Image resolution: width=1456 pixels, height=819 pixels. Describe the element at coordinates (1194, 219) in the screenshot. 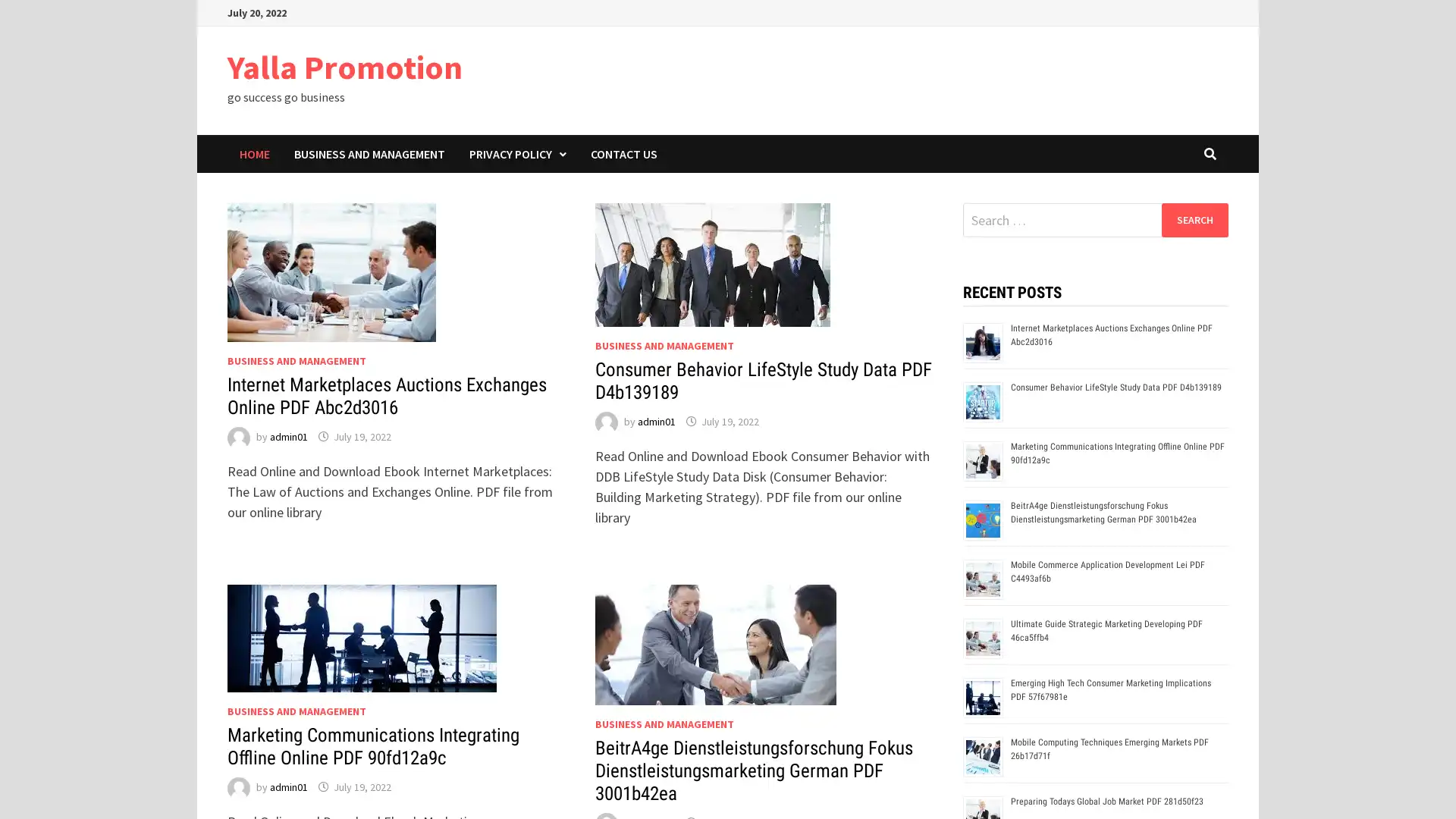

I see `Search` at that location.